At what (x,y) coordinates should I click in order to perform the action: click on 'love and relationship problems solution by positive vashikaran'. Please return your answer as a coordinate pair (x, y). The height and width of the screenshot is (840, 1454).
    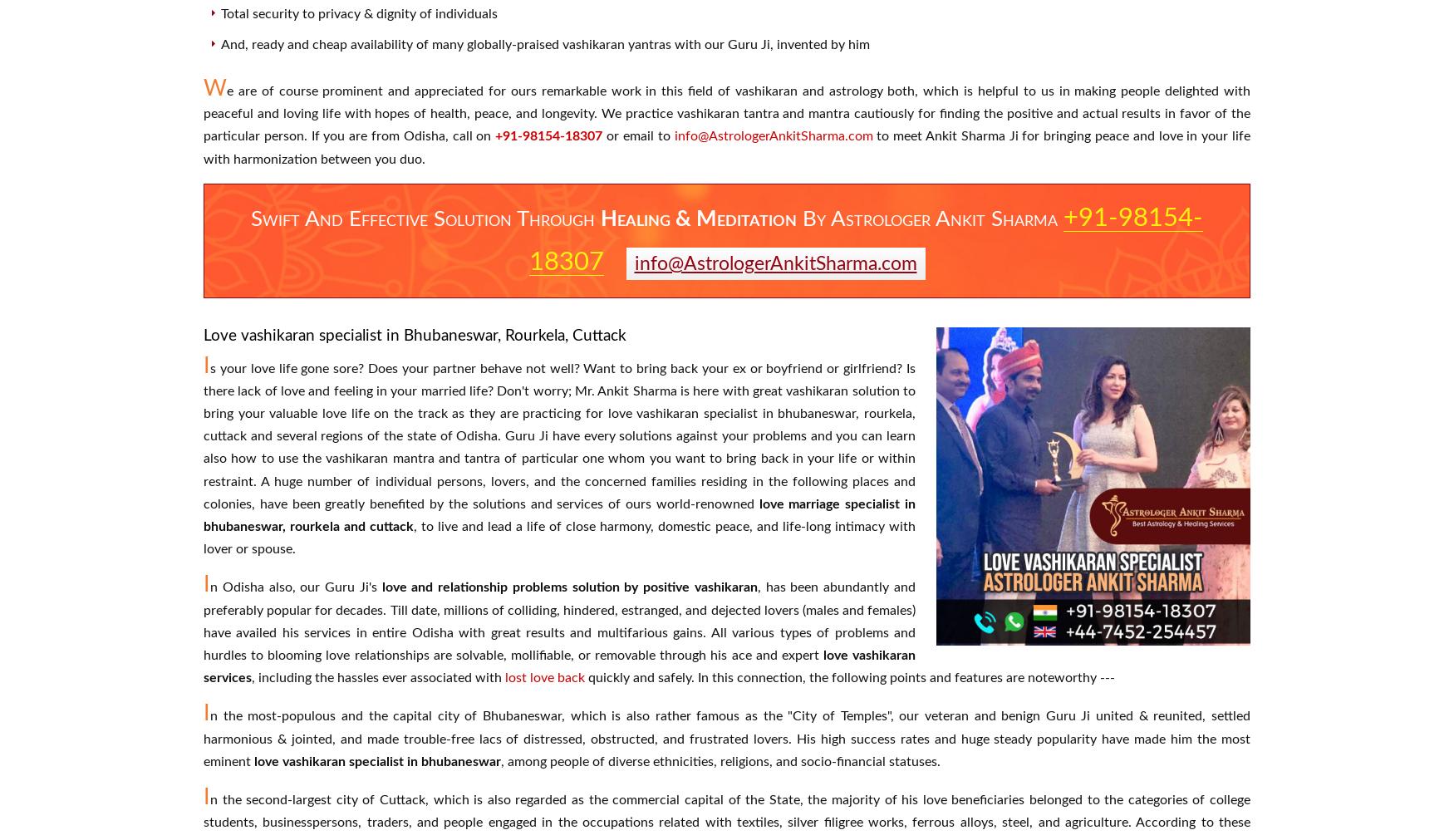
    Looking at the image, I should click on (567, 586).